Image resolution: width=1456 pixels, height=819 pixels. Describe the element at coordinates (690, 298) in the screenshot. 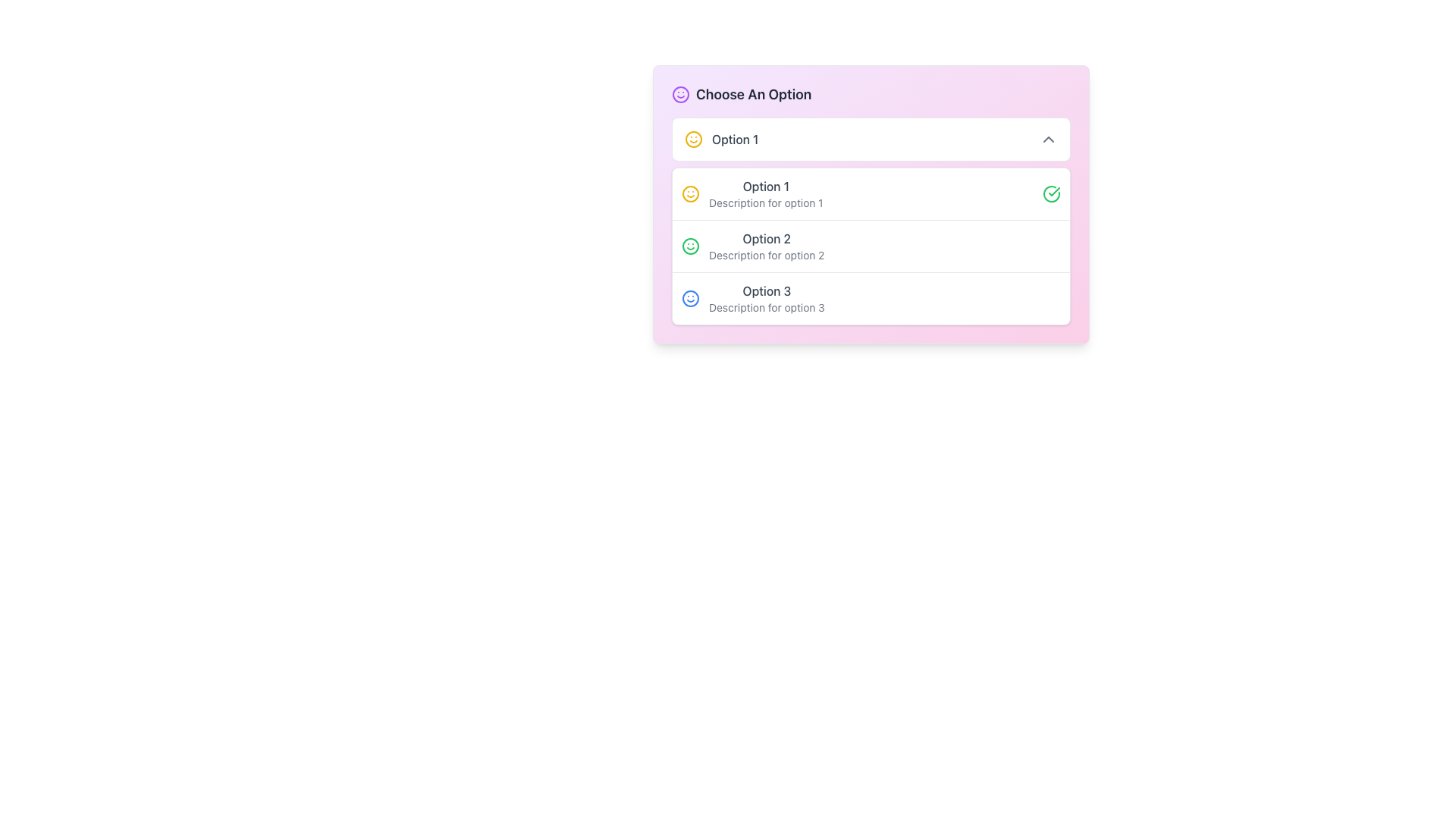

I see `the circular smiling face icon with a blue outline that is located at the beginning of the item labeled 'Option 3' in the list` at that location.